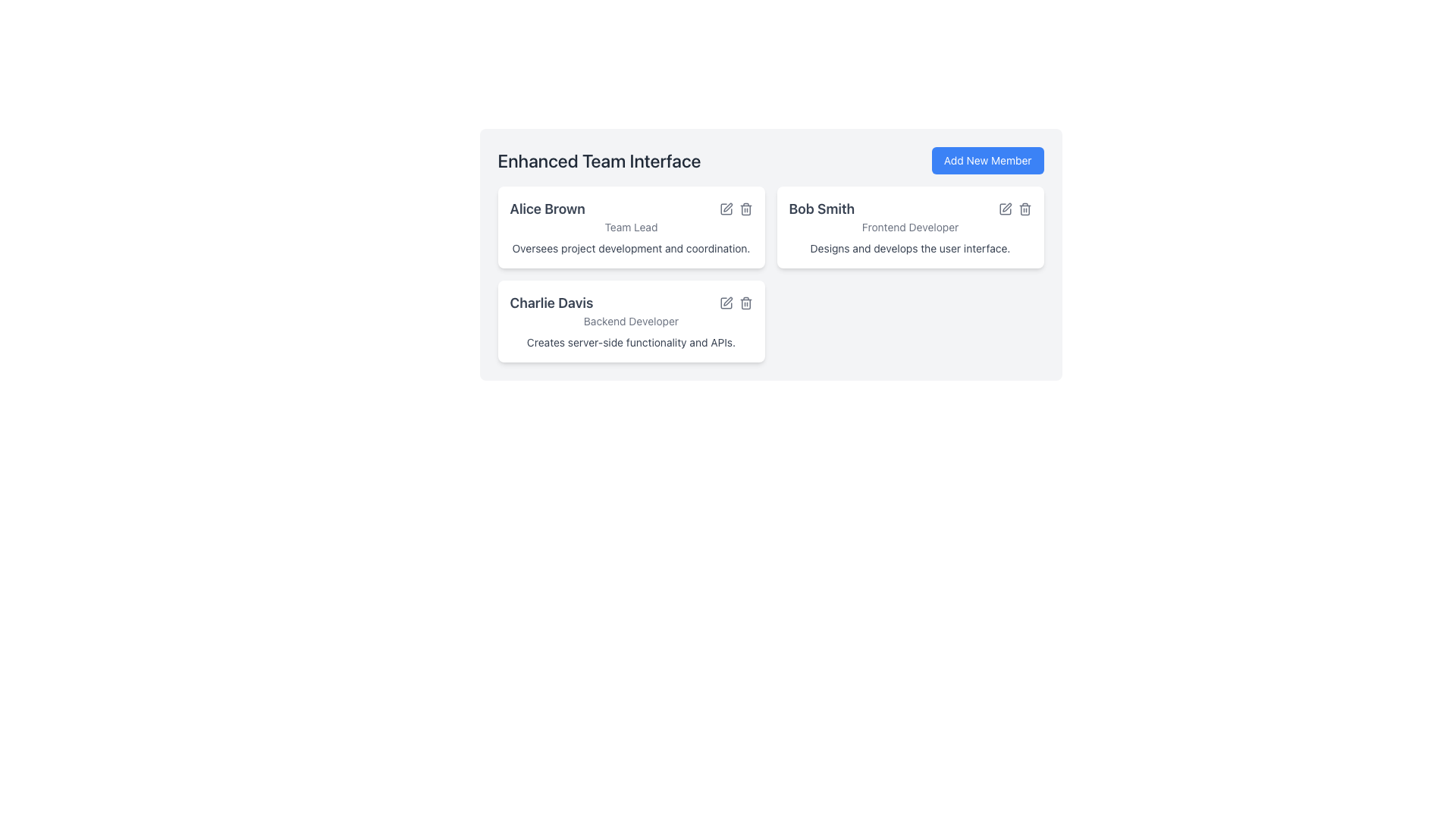  I want to click on the informational card displaying the name 'Charlie Davis', which is the third card in a three-card grid layout located at the bottom-left section, so click(631, 321).